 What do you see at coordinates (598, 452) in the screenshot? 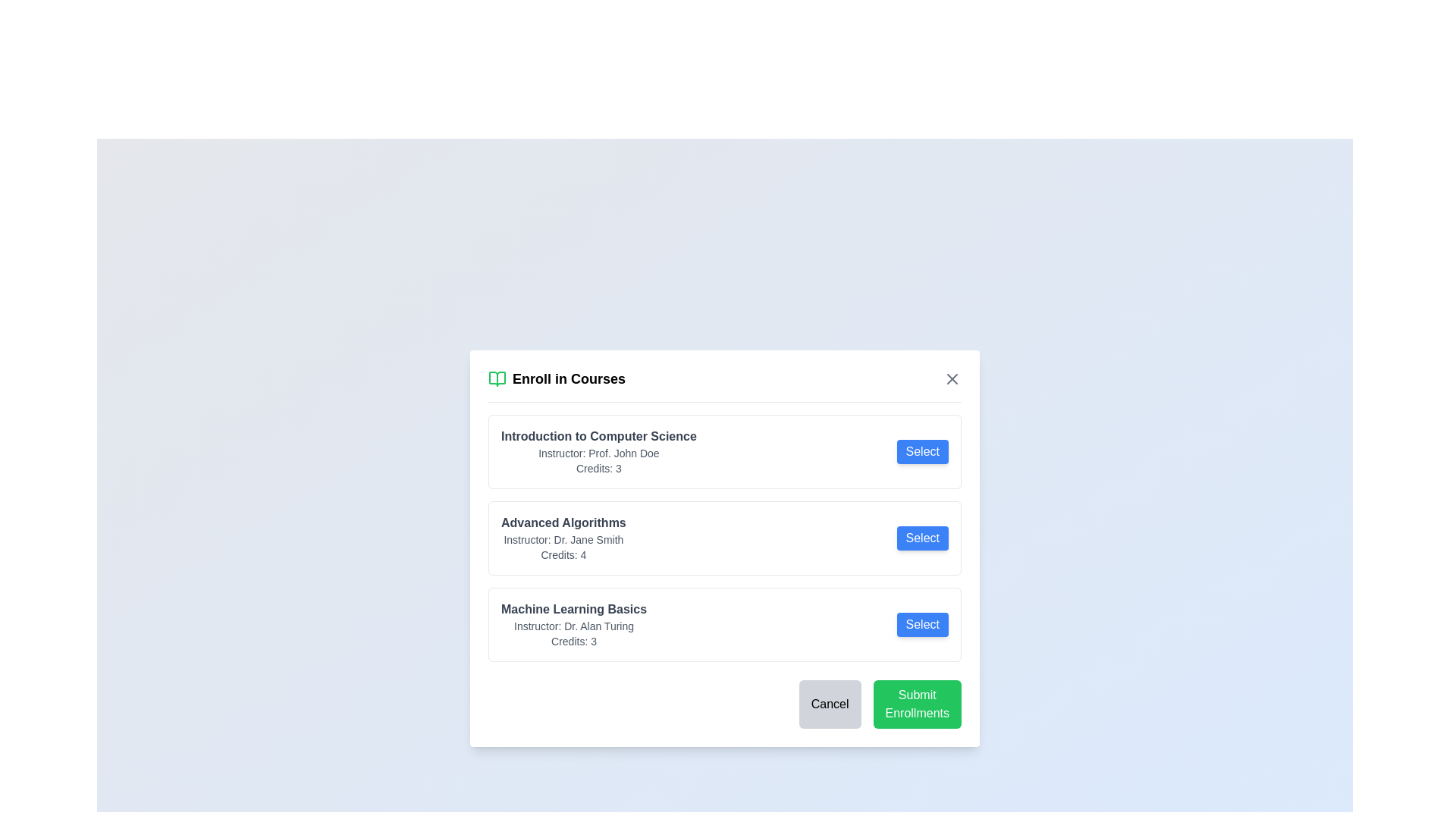
I see `the Text label displaying the course instructor's name, which is located directly beneath 'Introduction to Computer Science' and above 'Credits: 3'` at bounding box center [598, 452].